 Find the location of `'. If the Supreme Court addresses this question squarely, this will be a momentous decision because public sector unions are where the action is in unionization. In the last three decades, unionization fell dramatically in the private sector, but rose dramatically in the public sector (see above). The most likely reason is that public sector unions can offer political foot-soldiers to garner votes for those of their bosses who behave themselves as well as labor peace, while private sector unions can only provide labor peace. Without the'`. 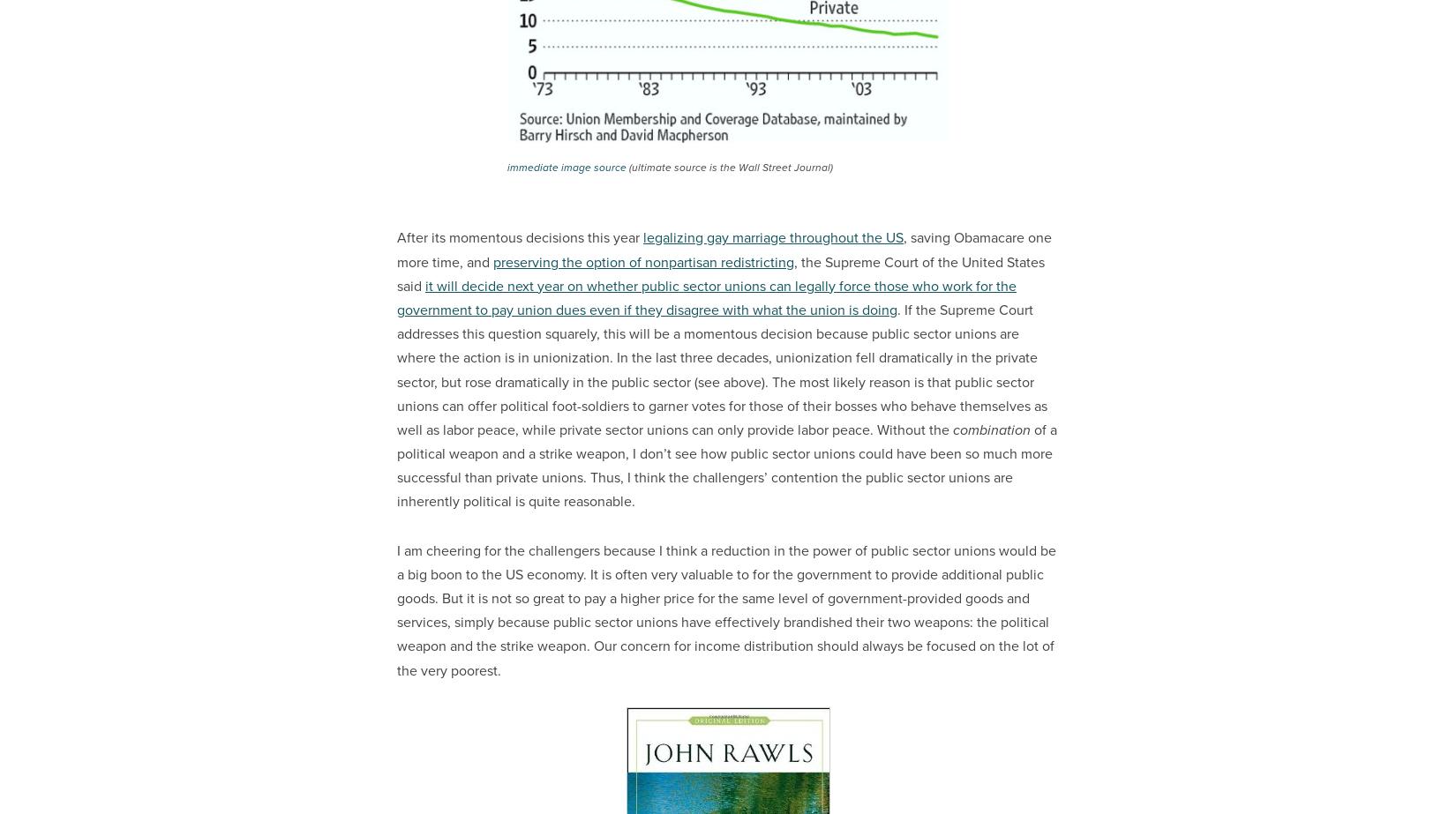

'. If the Supreme Court addresses this question squarely, this will be a momentous decision because public sector unions are where the action is in unionization. In the last three decades, unionization fell dramatically in the private sector, but rose dramatically in the public sector (see above). The most likely reason is that public sector unions can offer political foot-soldiers to garner votes for those of their bosses who behave themselves as well as labor peace, while private sector unions can only provide labor peace. Without the' is located at coordinates (721, 369).